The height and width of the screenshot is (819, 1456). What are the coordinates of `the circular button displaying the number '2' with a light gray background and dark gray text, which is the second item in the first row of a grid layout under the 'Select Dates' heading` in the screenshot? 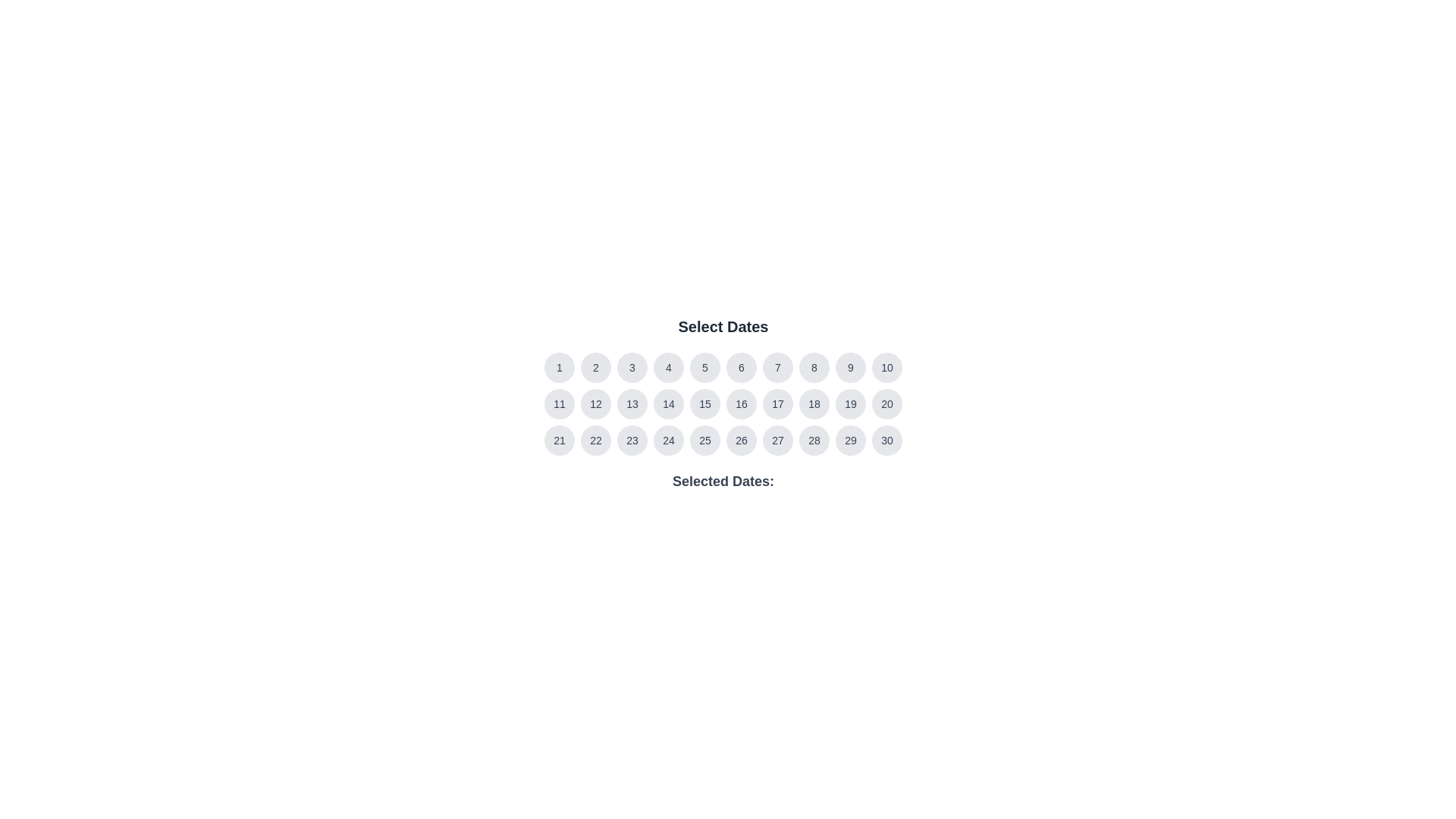 It's located at (595, 368).